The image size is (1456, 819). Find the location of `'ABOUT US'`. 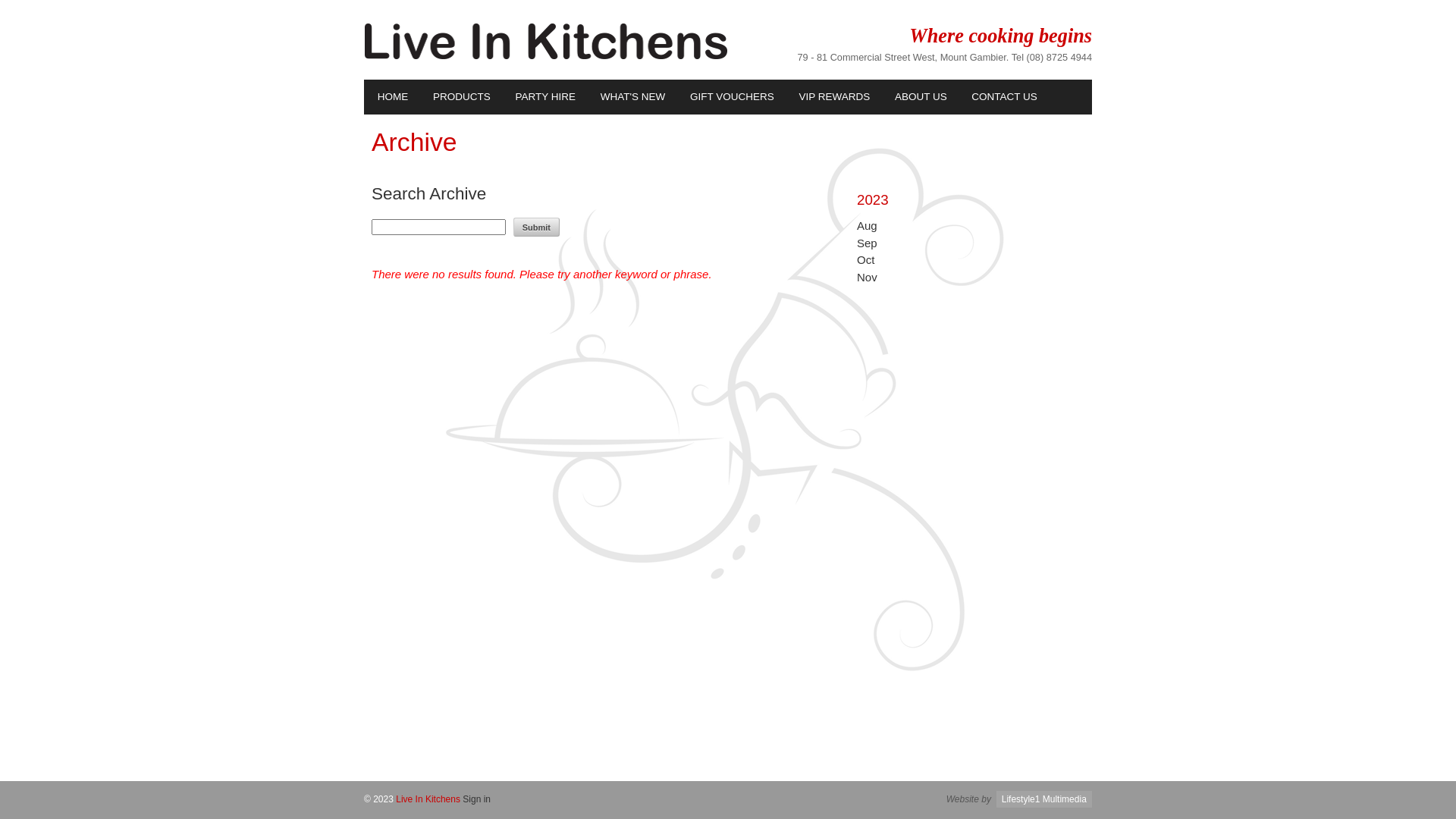

'ABOUT US' is located at coordinates (918, 97).